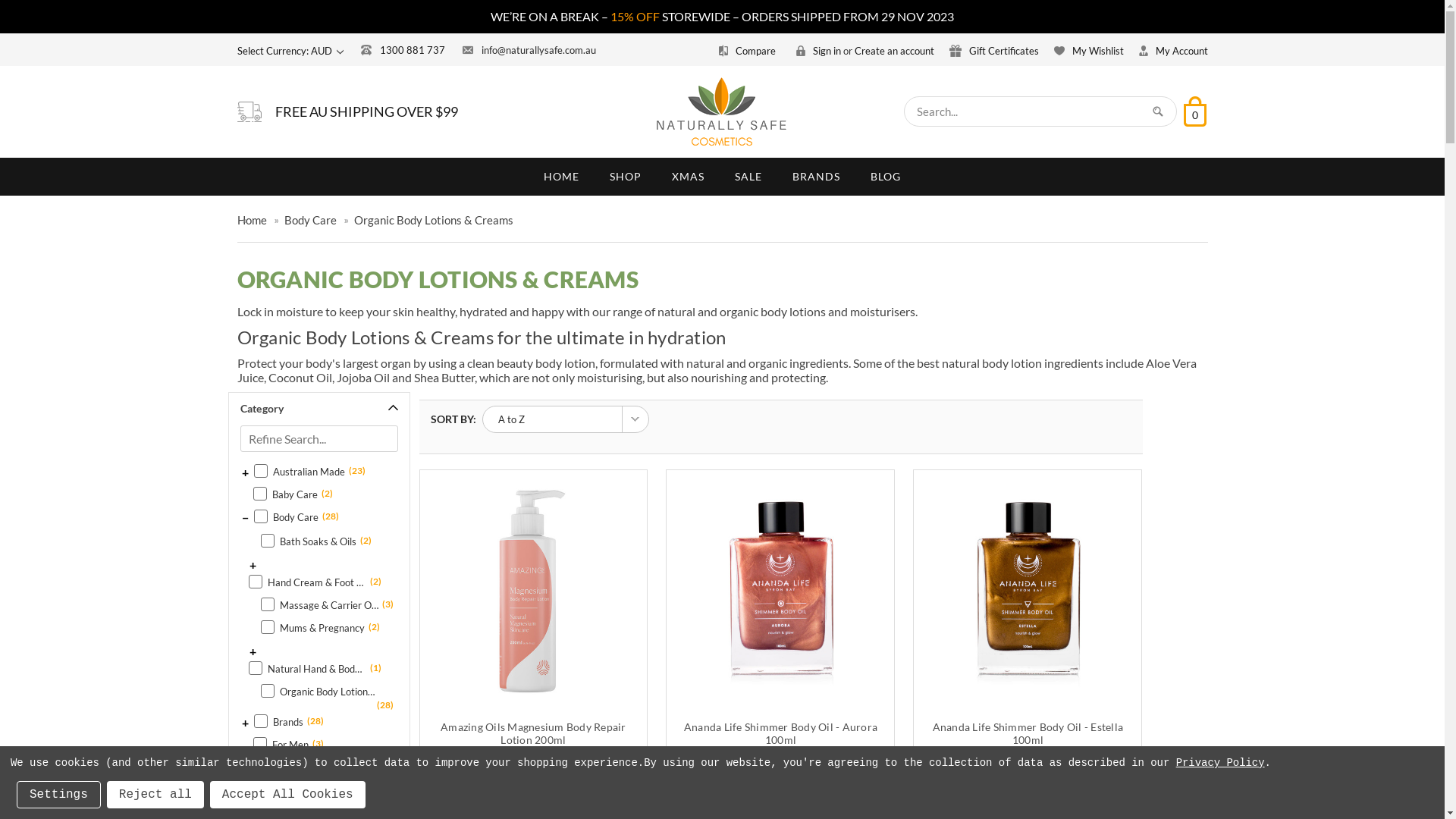  What do you see at coordinates (403, 49) in the screenshot?
I see `'1300 881 737'` at bounding box center [403, 49].